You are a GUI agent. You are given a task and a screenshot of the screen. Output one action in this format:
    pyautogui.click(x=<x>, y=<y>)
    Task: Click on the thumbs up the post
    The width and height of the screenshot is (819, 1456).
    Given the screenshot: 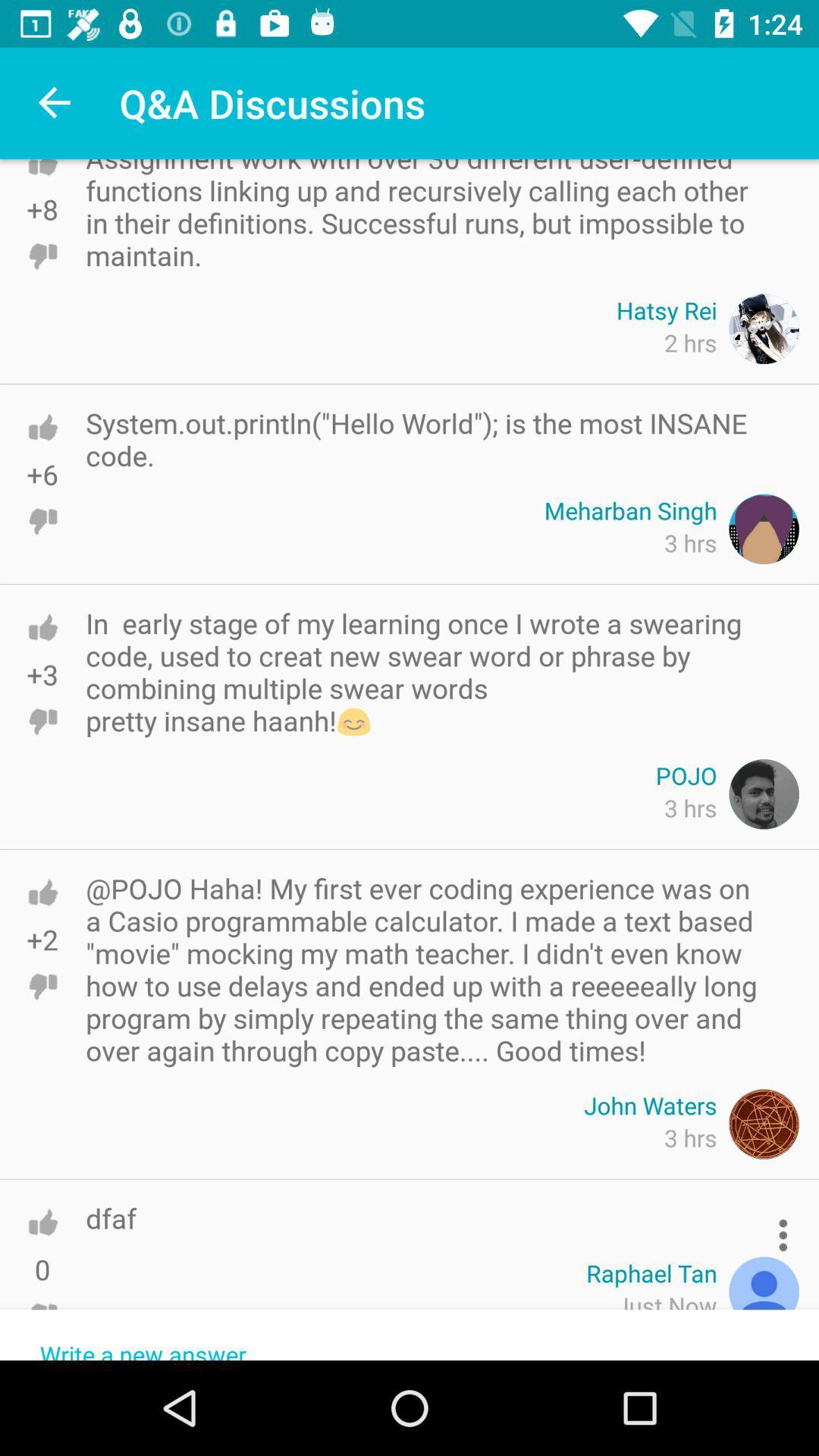 What is the action you would take?
    pyautogui.click(x=42, y=893)
    